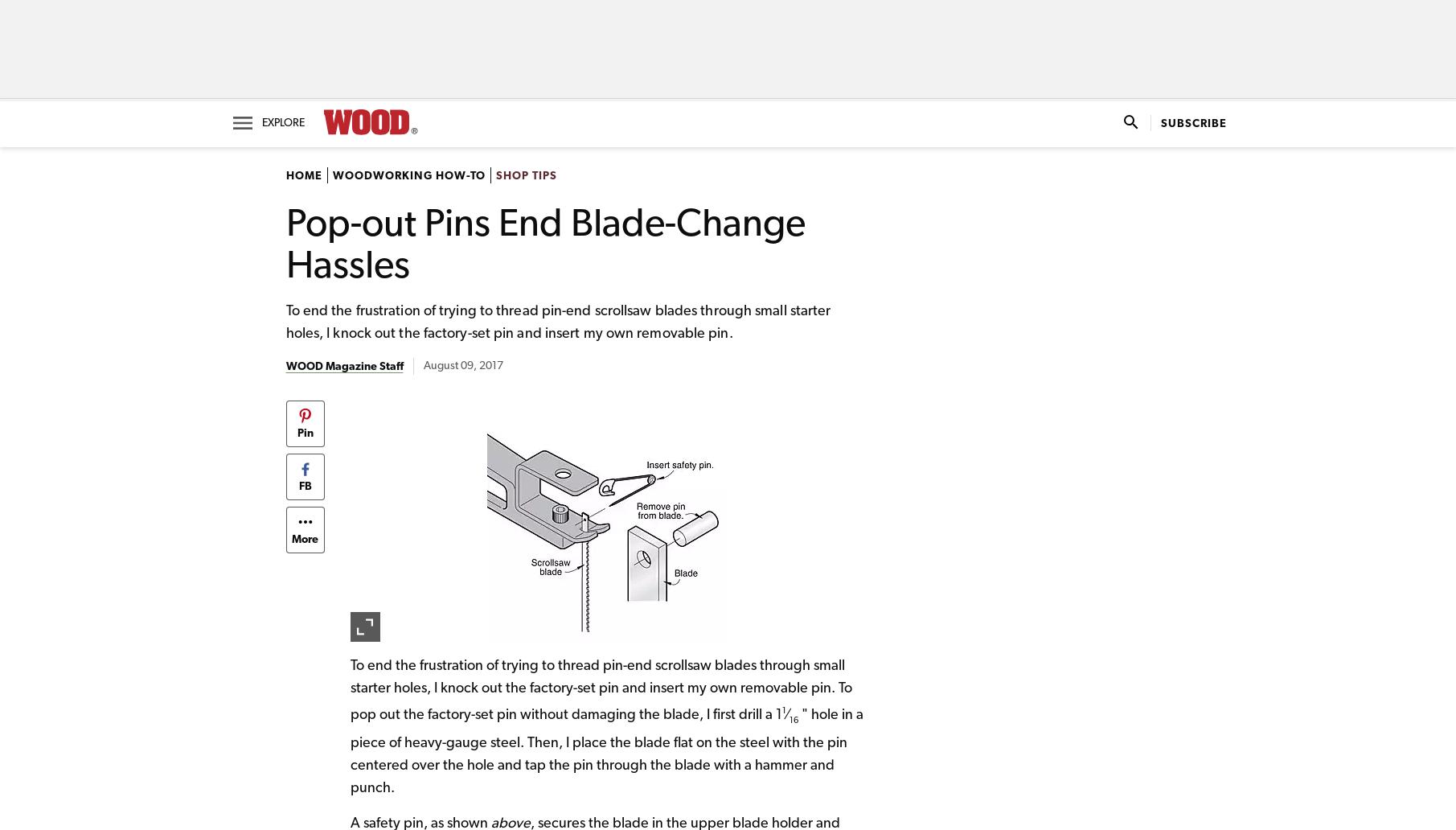 The image size is (1456, 830). I want to click on 'Shop Tips', so click(525, 174).